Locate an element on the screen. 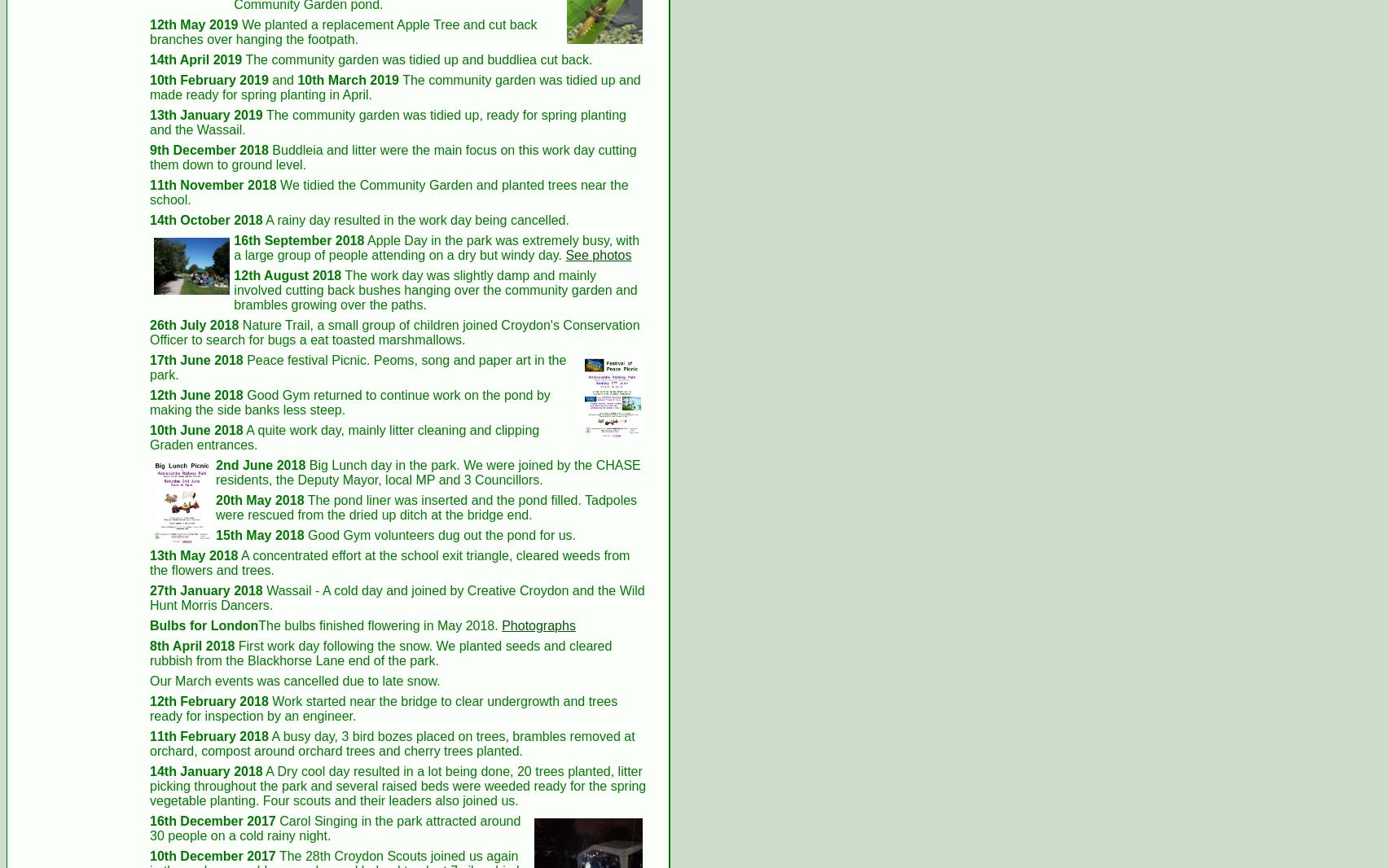 The image size is (1388, 868). '12th June 2018' is located at coordinates (150, 394).